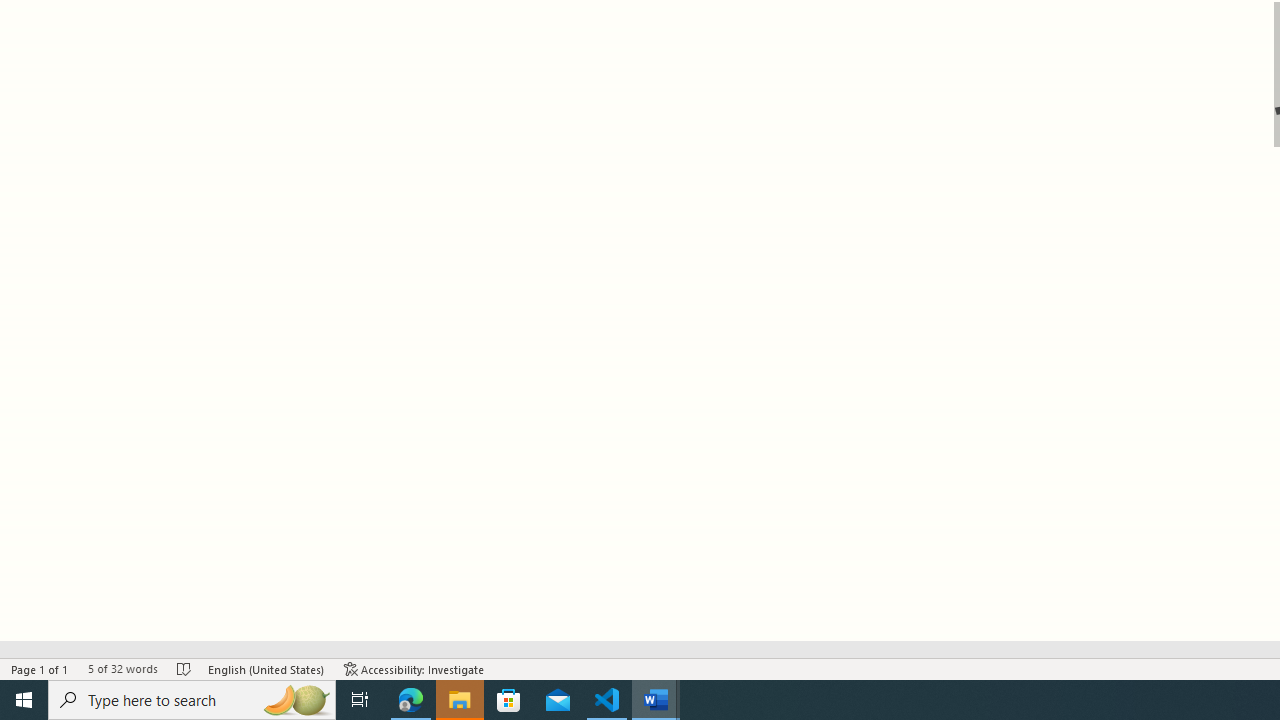 The height and width of the screenshot is (720, 1280). I want to click on 'Spelling and Grammar Check No Errors', so click(184, 669).